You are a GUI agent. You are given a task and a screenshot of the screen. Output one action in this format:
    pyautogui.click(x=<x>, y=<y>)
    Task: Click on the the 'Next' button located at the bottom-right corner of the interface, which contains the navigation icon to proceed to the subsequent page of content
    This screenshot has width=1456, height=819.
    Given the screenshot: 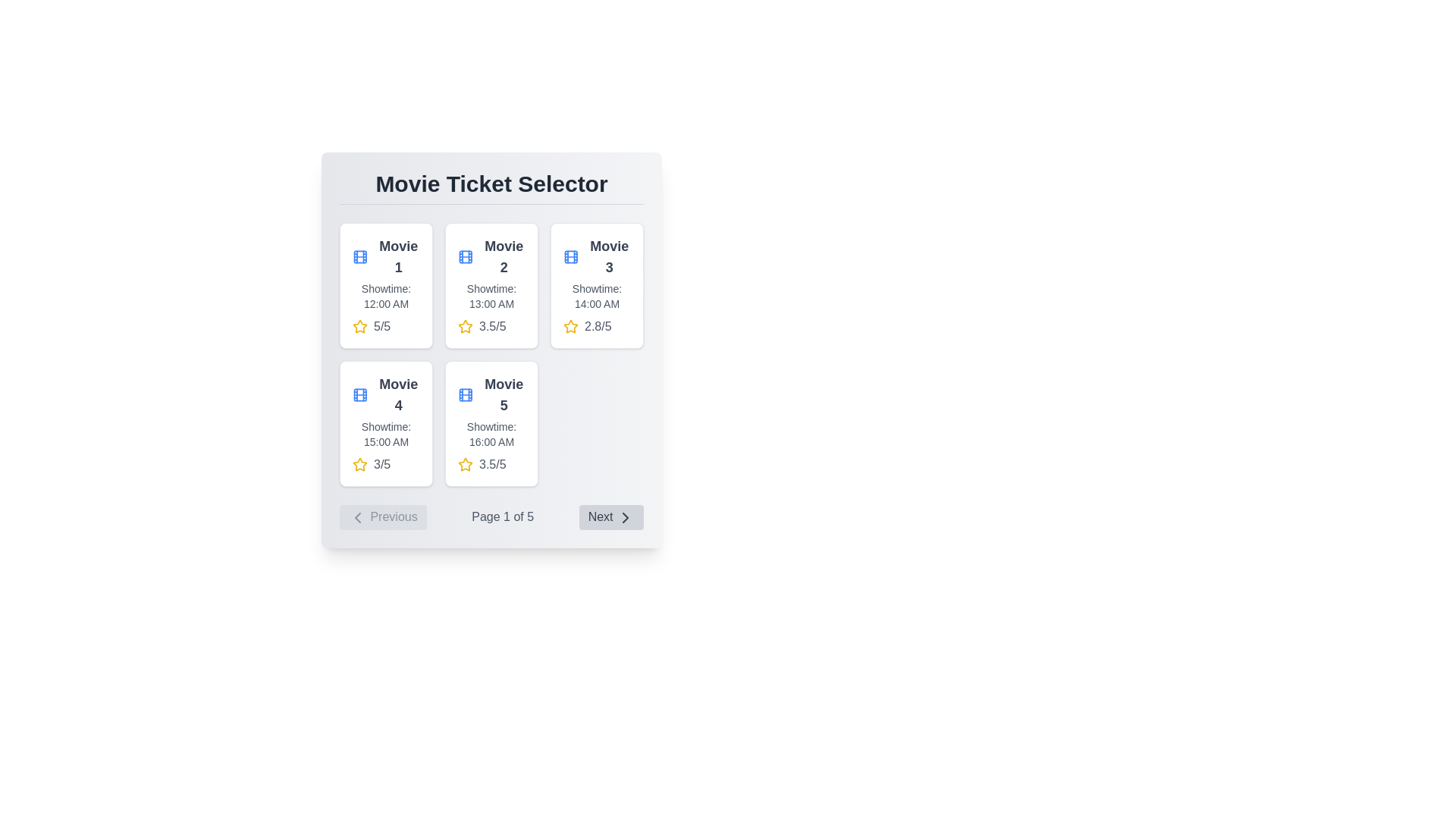 What is the action you would take?
    pyautogui.click(x=626, y=516)
    